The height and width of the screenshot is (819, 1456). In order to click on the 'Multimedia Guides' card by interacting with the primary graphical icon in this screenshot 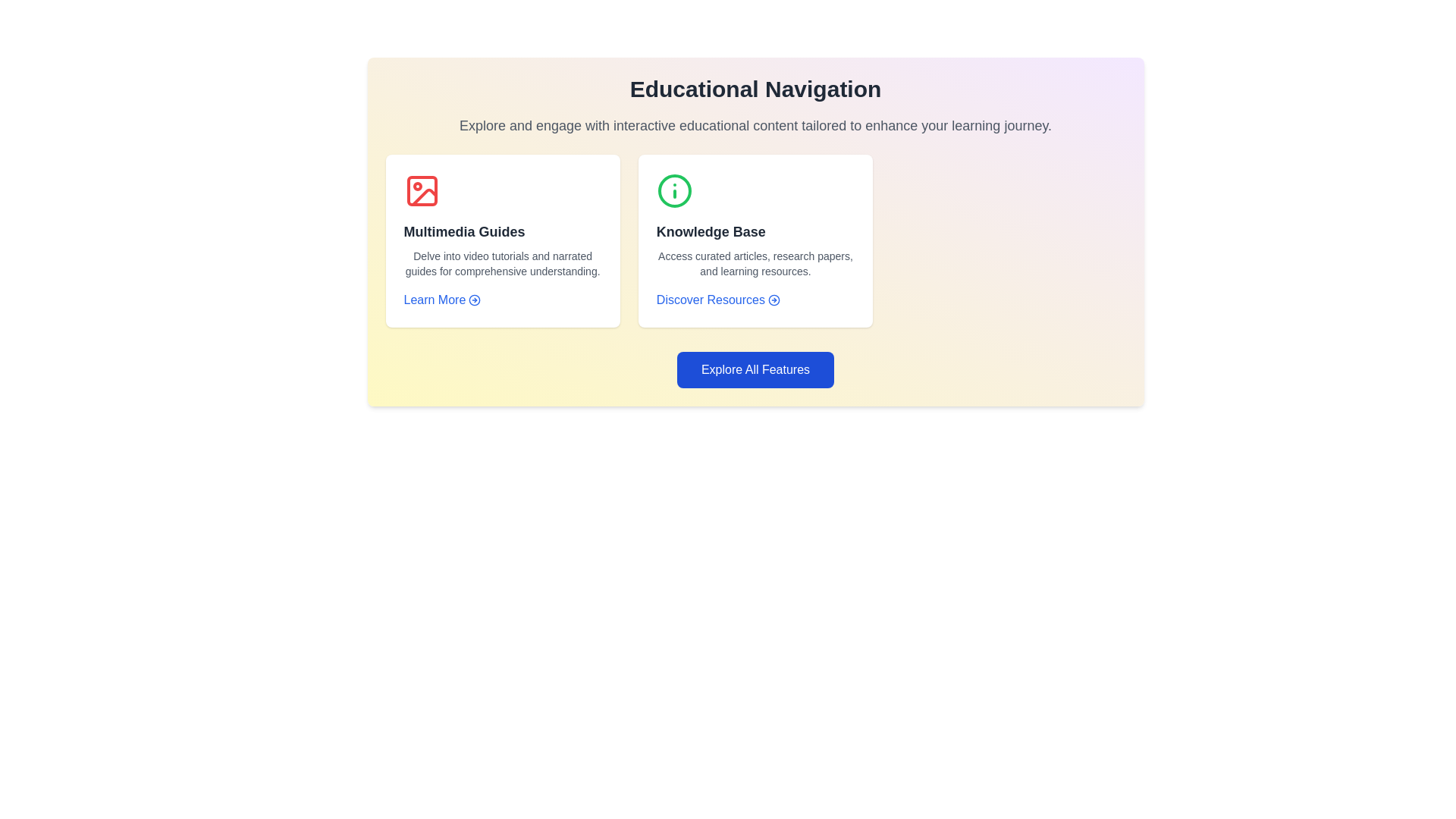, I will do `click(422, 190)`.